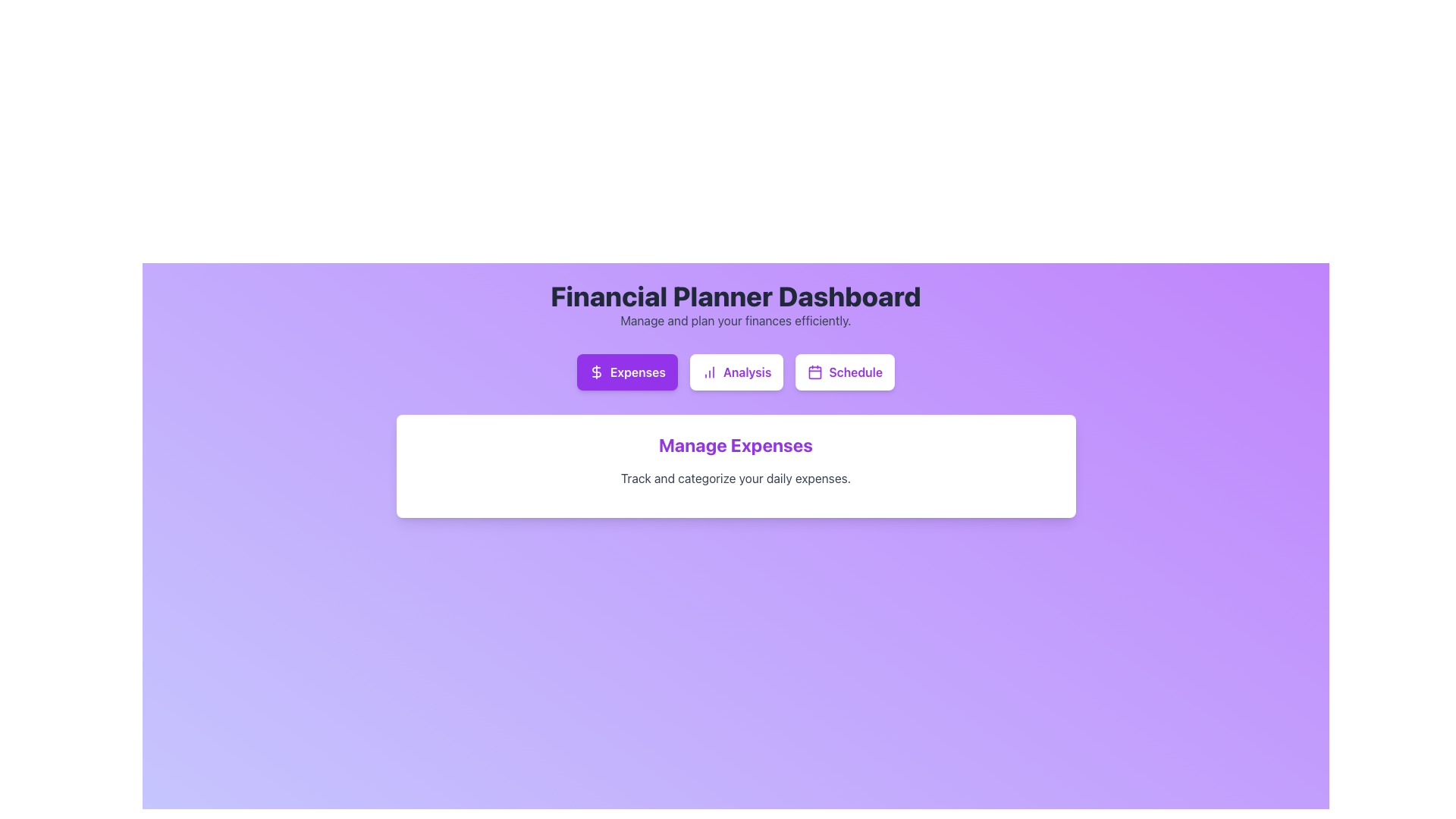 The width and height of the screenshot is (1456, 819). I want to click on the button located at the rightmost position in the horizontal row of buttons under the text 'Financial Planner Dashboard', which is the third button preceded by 'Expenses' and 'Analysis', so click(843, 372).